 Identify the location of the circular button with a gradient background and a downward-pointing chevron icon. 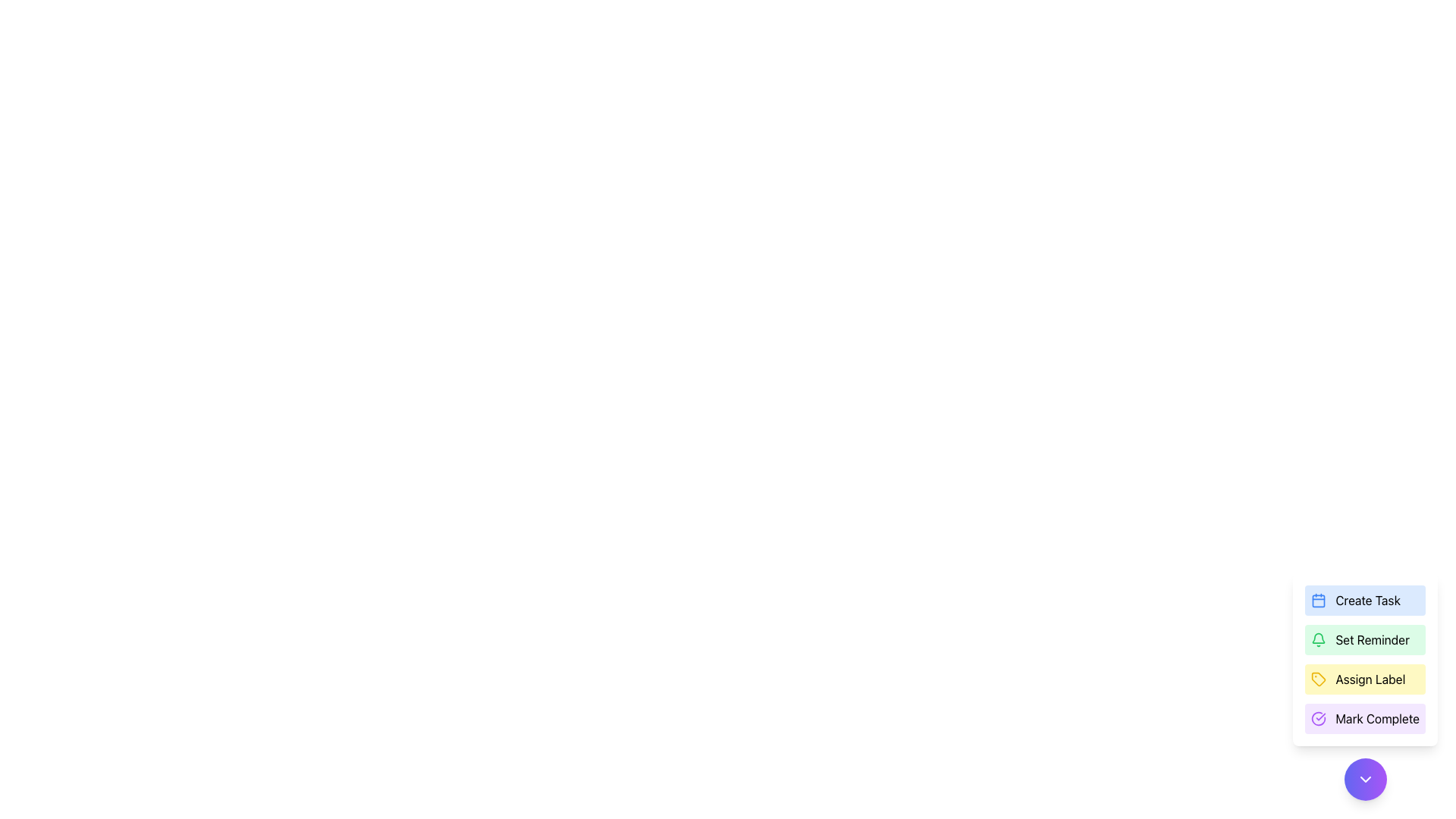
(1365, 780).